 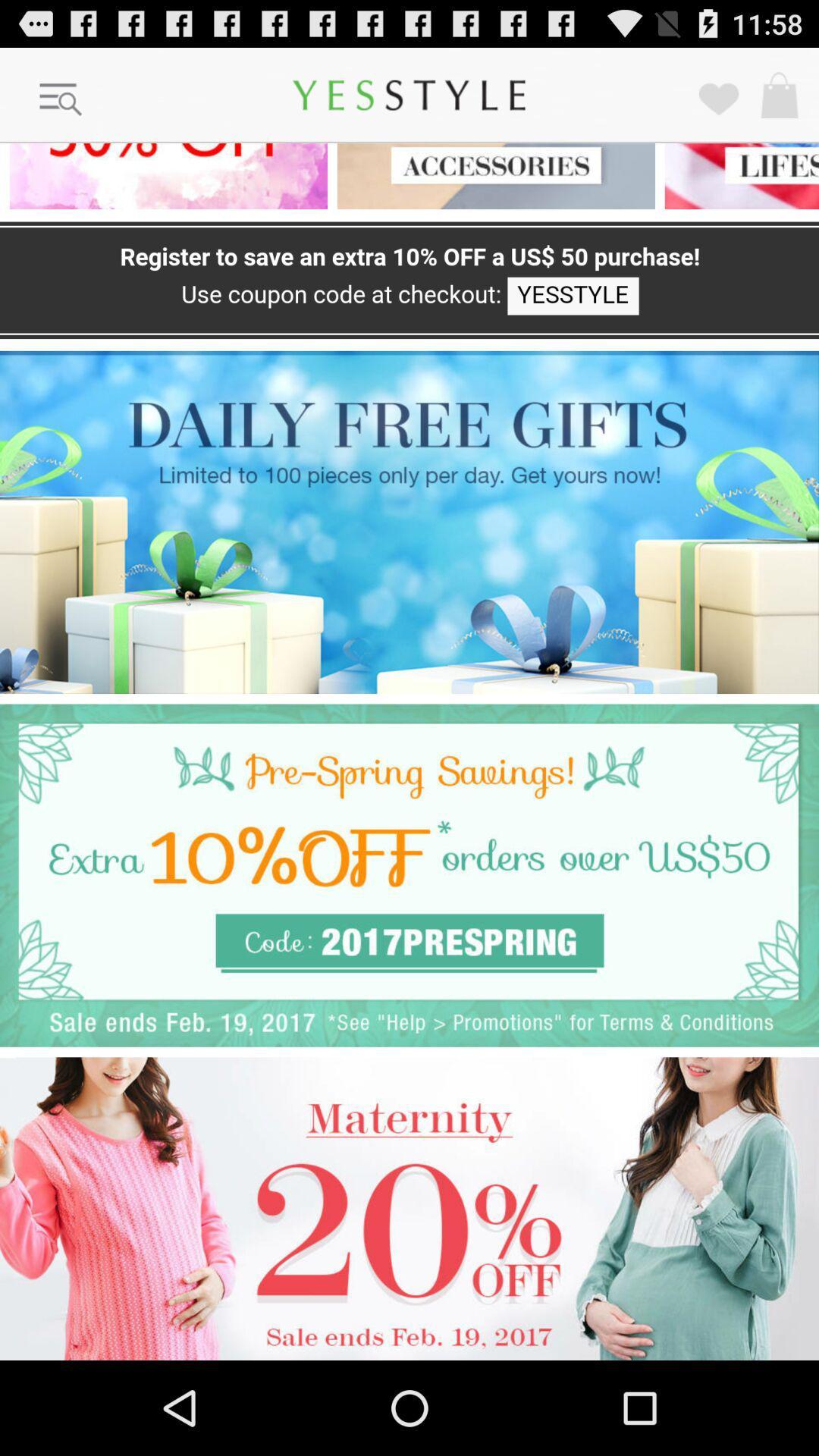 What do you see at coordinates (491, 176) in the screenshot?
I see `open new page` at bounding box center [491, 176].